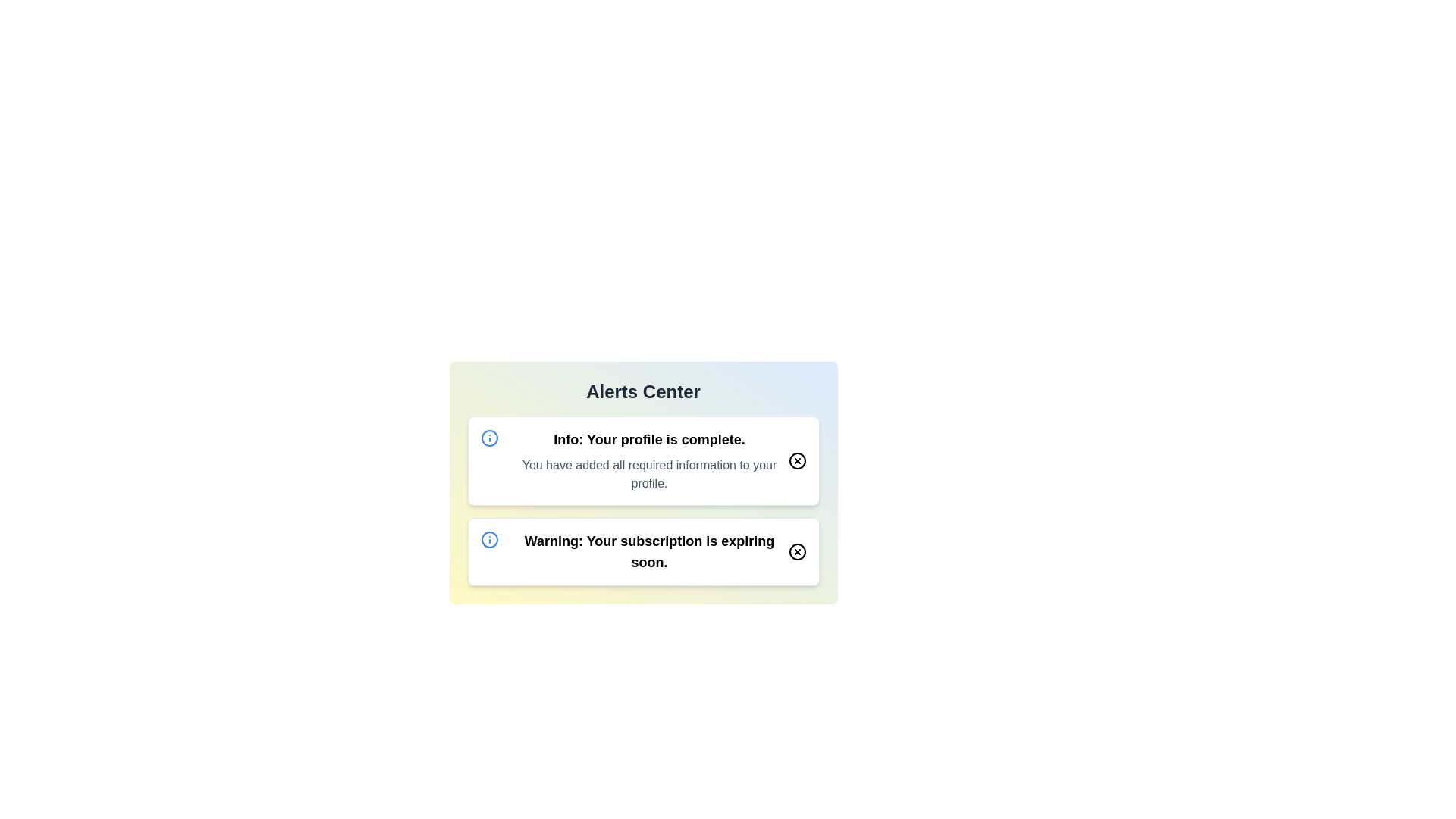  What do you see at coordinates (489, 438) in the screenshot?
I see `the Info icon to trigger its associated action` at bounding box center [489, 438].